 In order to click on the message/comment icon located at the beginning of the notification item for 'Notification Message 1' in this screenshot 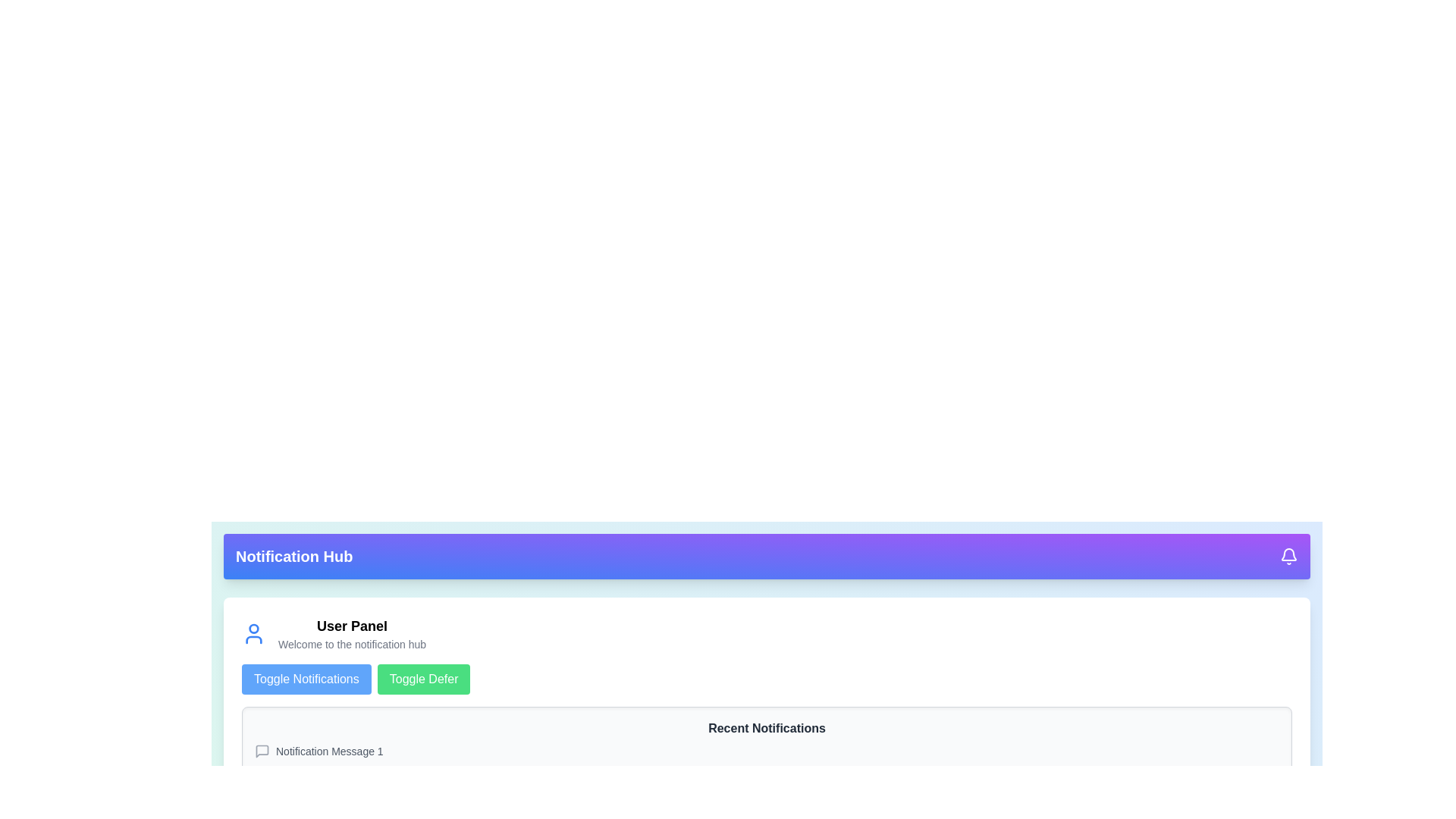, I will do `click(262, 752)`.